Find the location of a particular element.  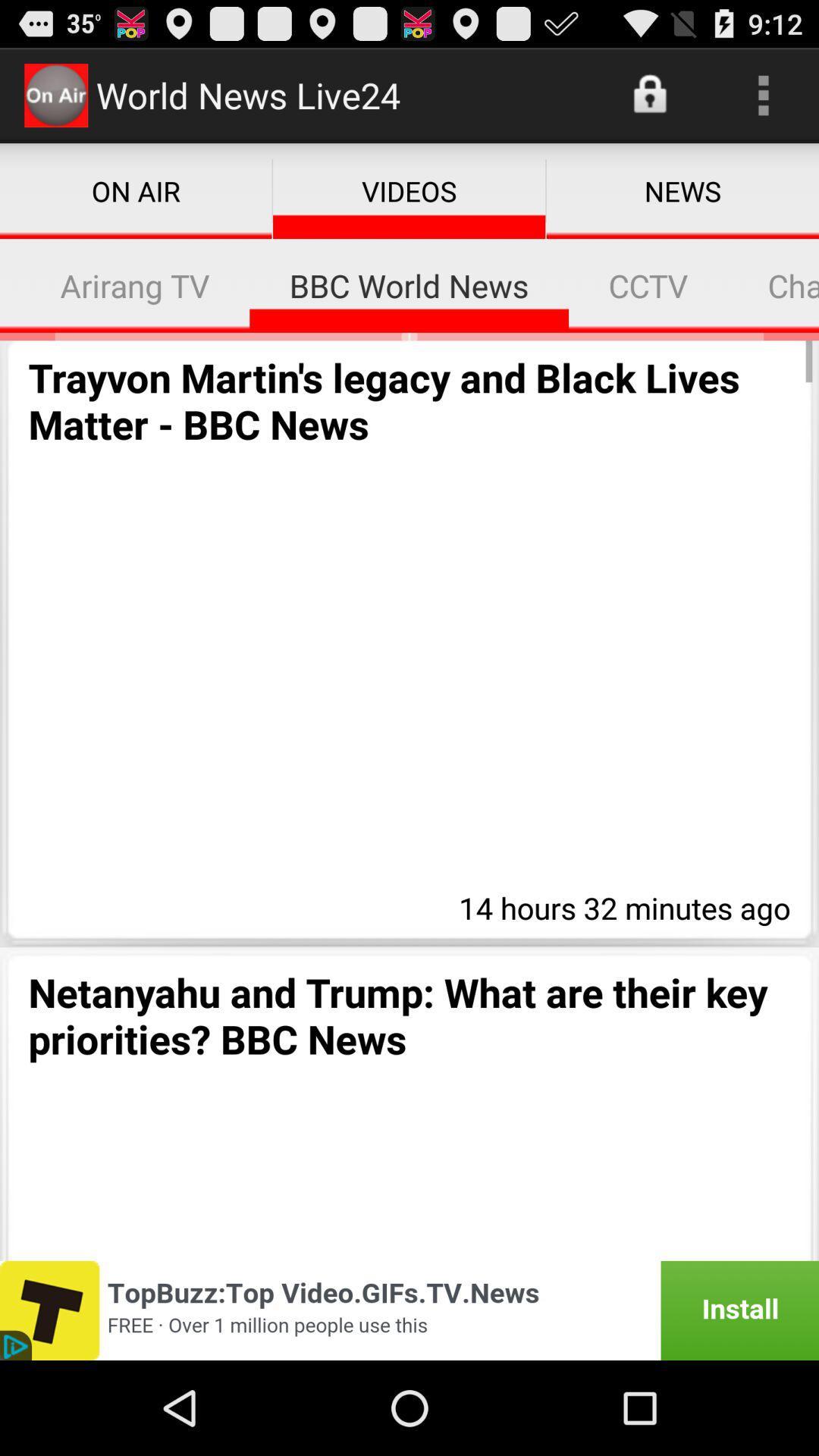

icon next to      arirang tv      item is located at coordinates (10, 285).